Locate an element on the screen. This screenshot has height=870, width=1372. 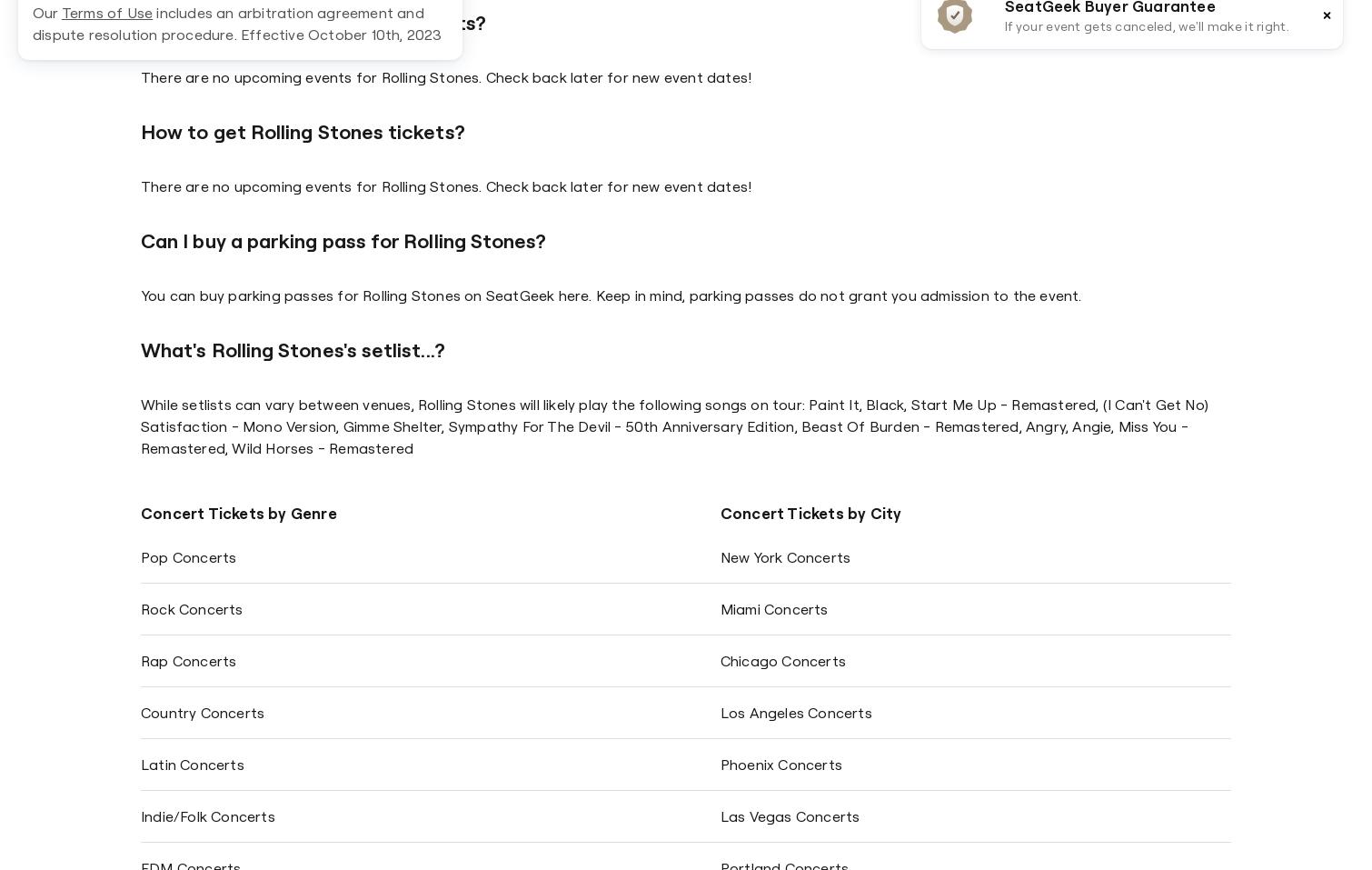
'Latin Concerts' is located at coordinates (192, 764).